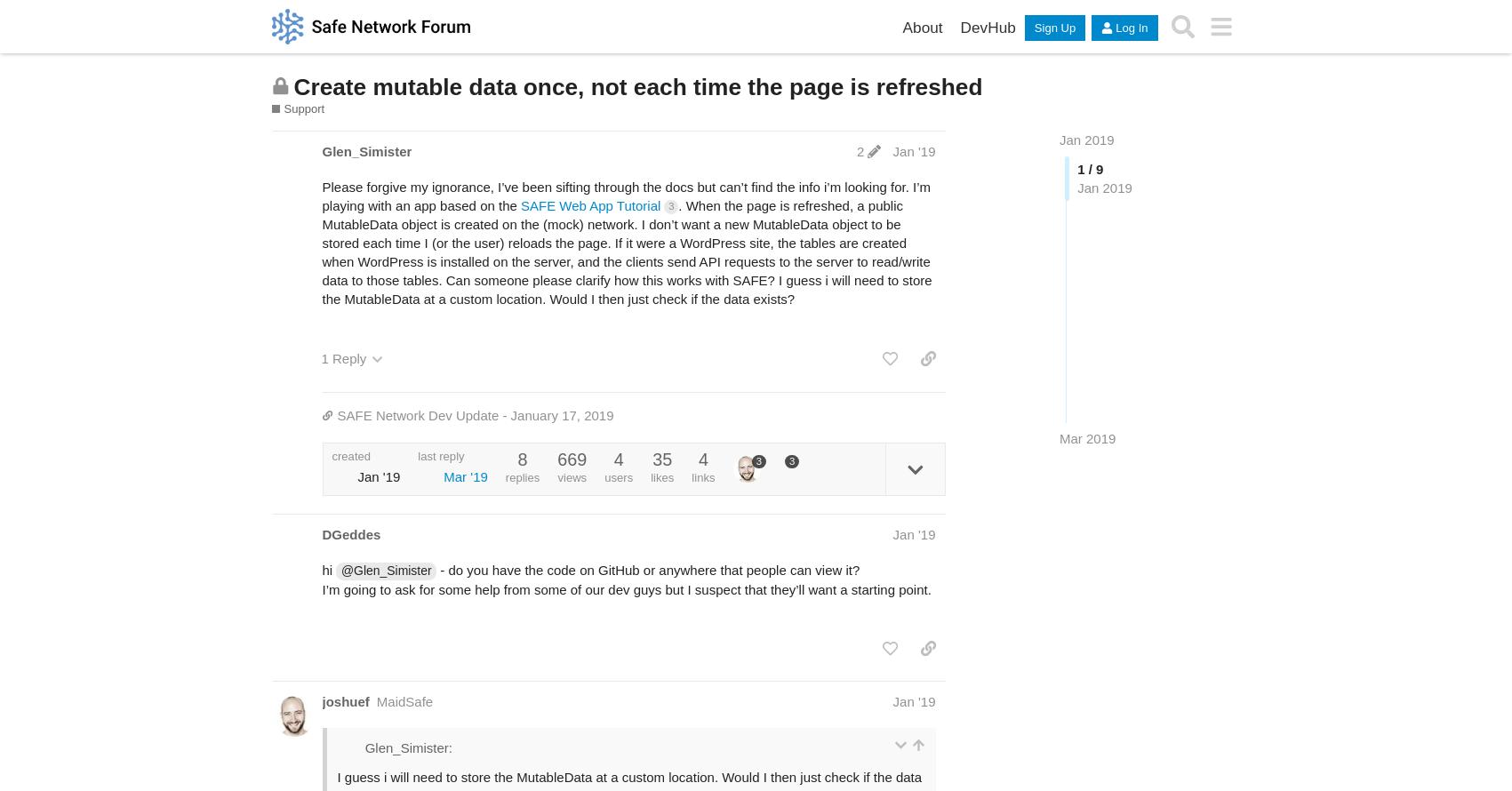 This screenshot has height=791, width=1512. What do you see at coordinates (444, 475) in the screenshot?
I see `'Mar '19'` at bounding box center [444, 475].